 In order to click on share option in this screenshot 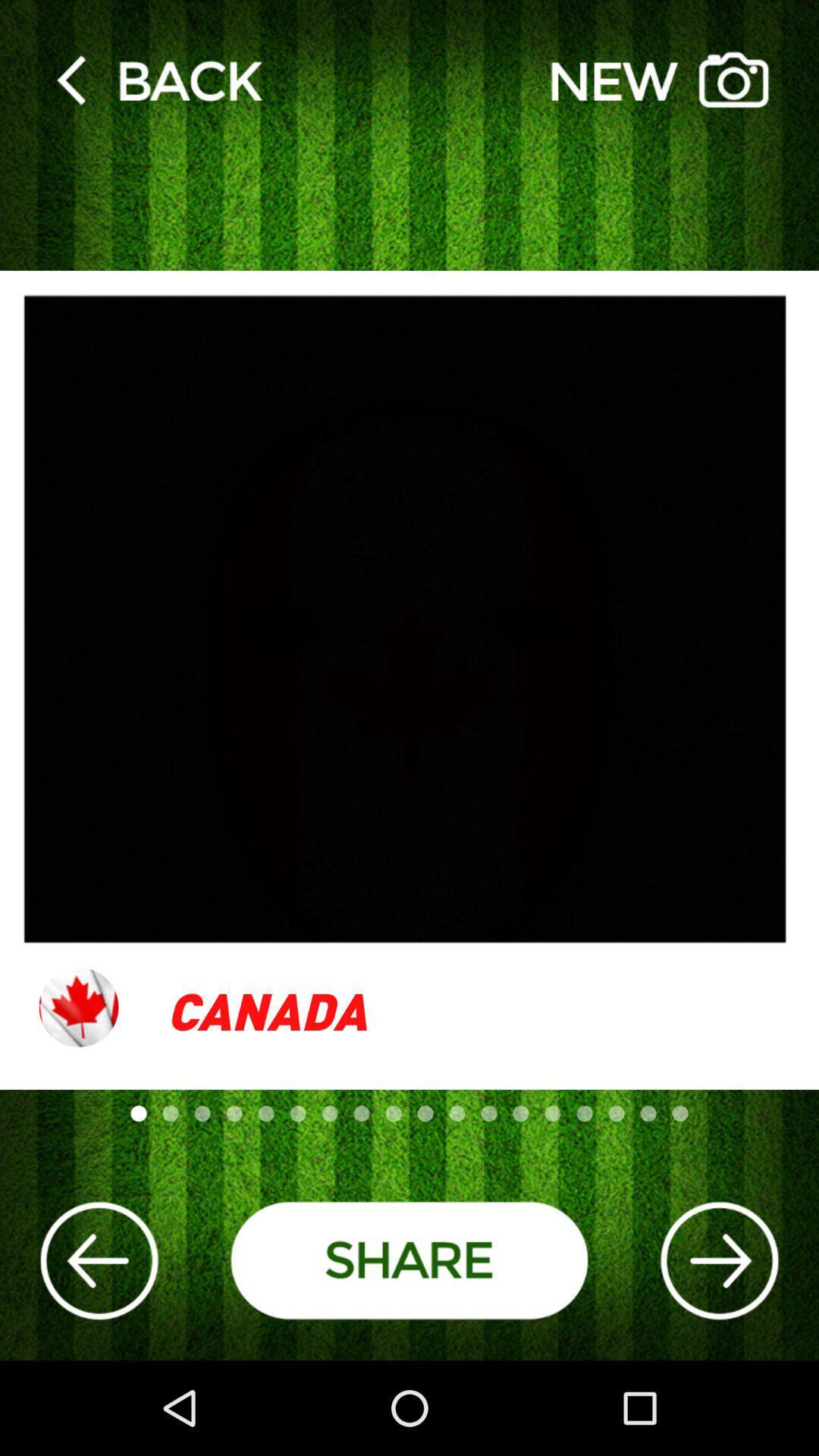, I will do `click(409, 1260)`.